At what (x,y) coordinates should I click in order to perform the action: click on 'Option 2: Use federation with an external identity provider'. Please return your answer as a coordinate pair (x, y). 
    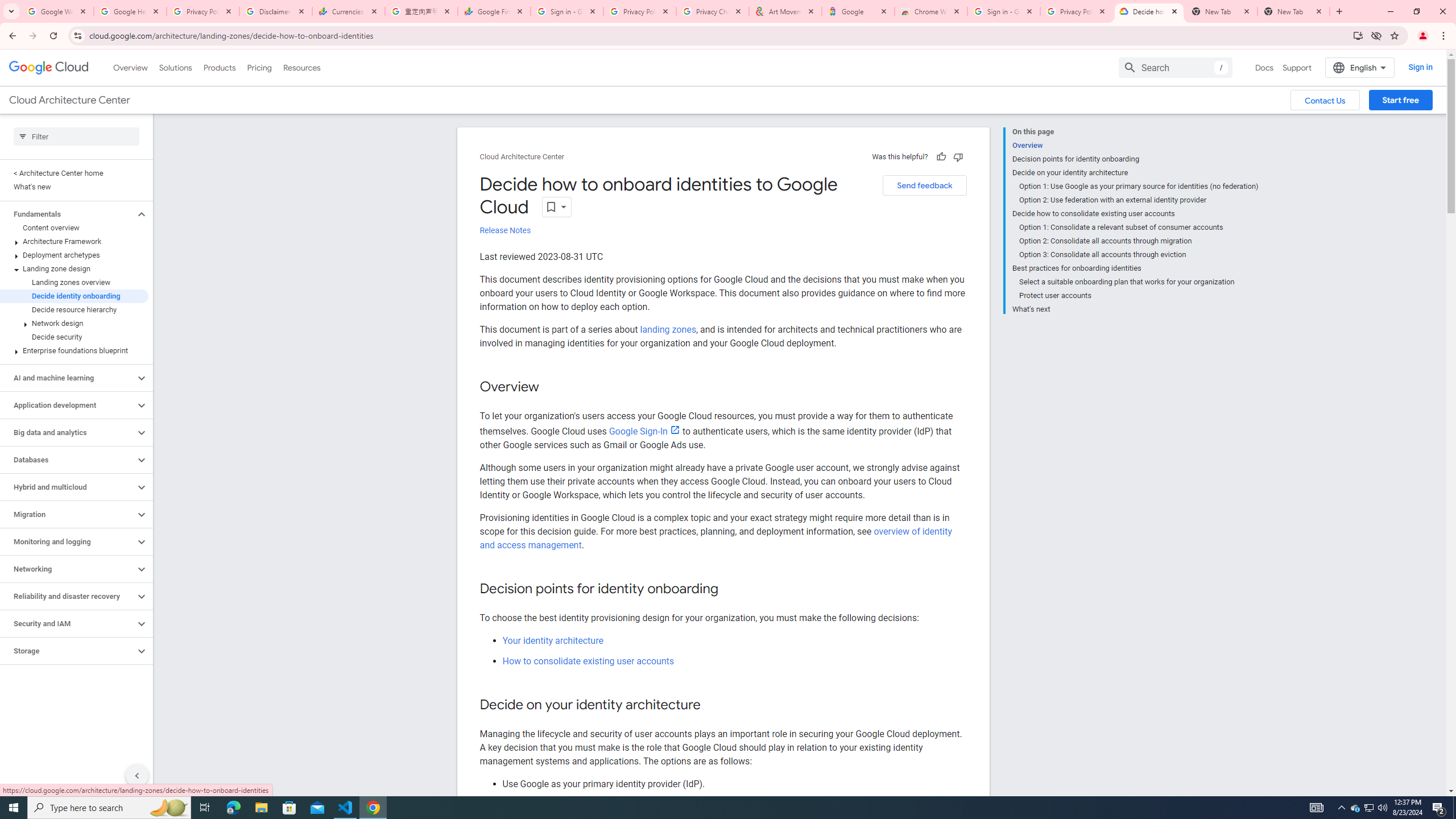
    Looking at the image, I should click on (1138, 200).